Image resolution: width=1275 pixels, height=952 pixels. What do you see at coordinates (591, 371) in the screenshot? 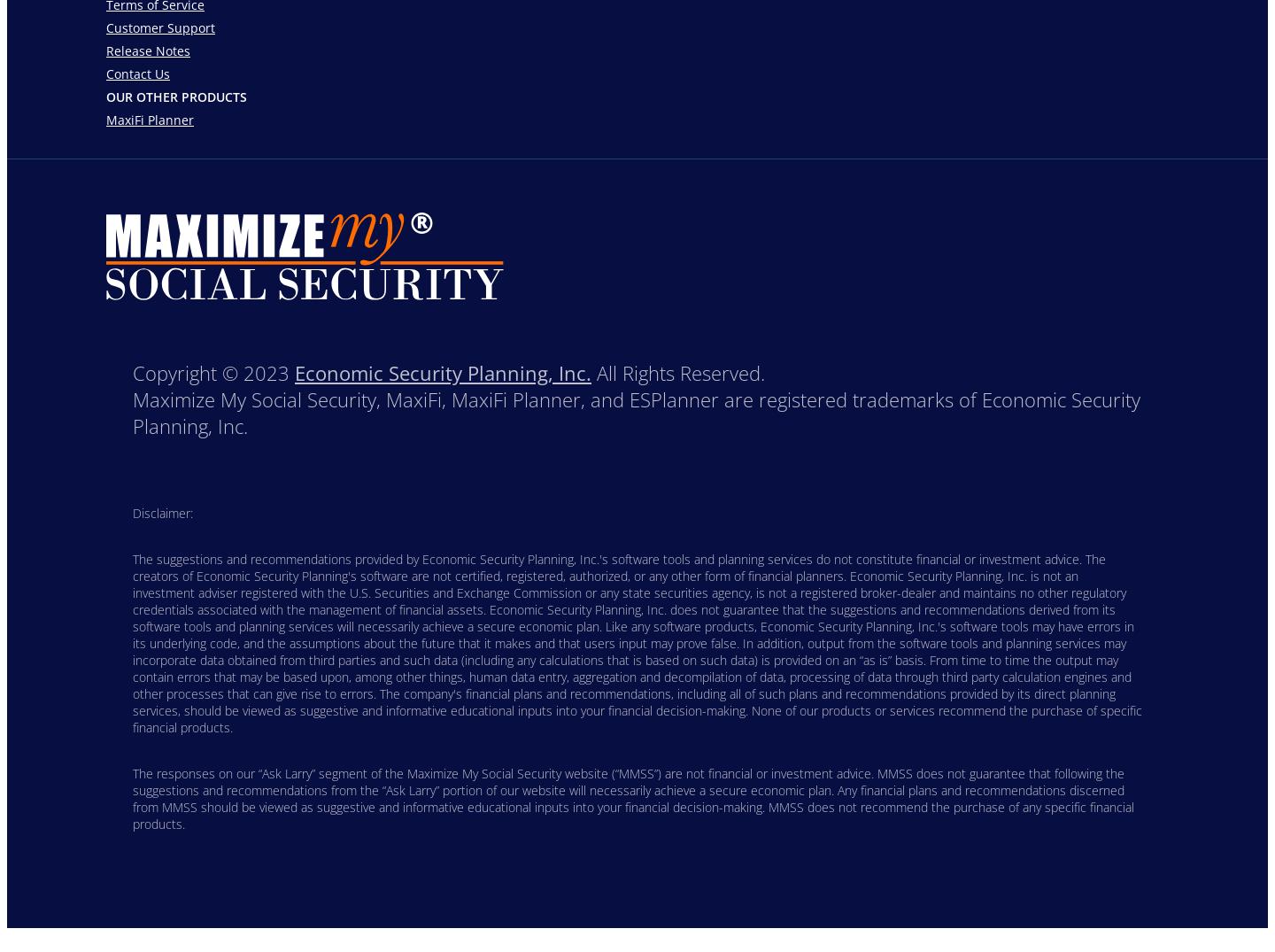
I see `'All Rights Reserved.'` at bounding box center [591, 371].